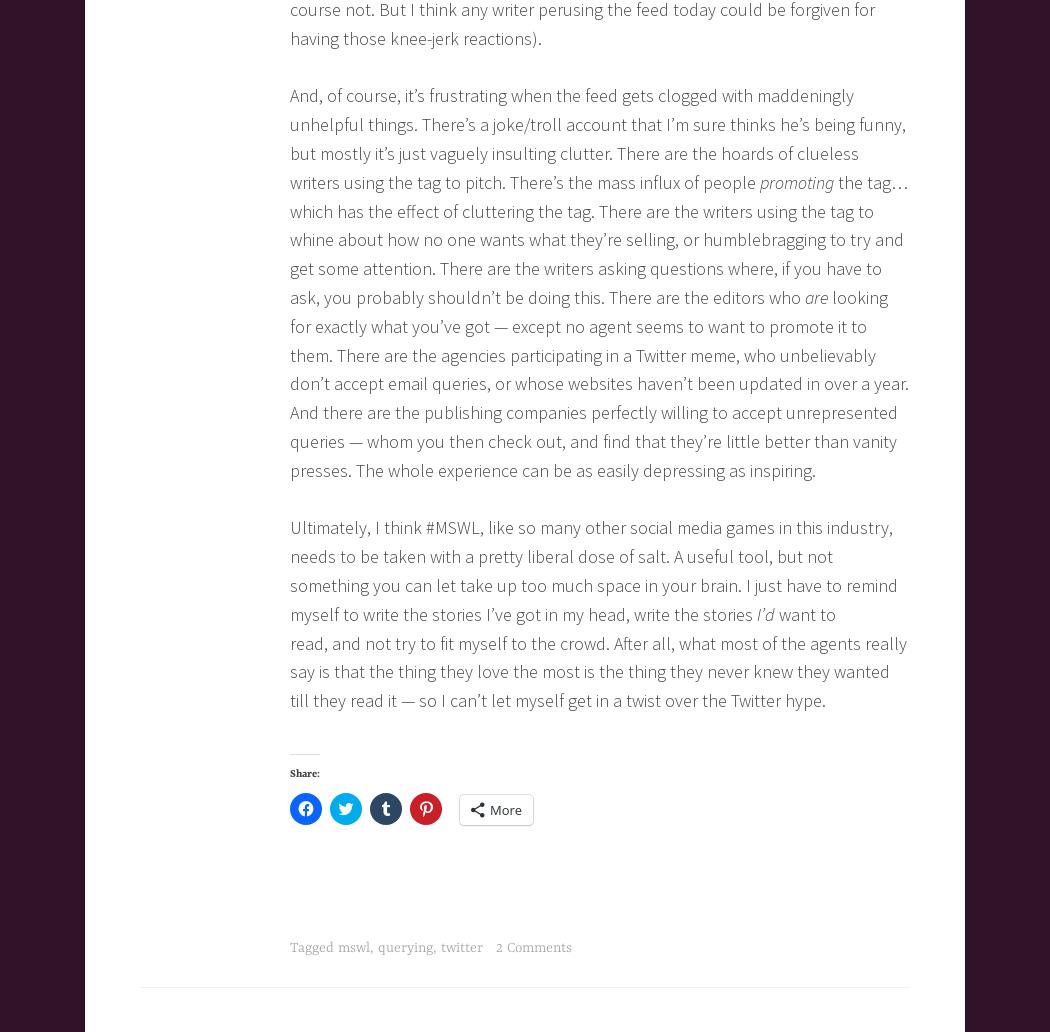 The width and height of the screenshot is (1050, 1032). Describe the element at coordinates (795, 180) in the screenshot. I see `'promoting'` at that location.